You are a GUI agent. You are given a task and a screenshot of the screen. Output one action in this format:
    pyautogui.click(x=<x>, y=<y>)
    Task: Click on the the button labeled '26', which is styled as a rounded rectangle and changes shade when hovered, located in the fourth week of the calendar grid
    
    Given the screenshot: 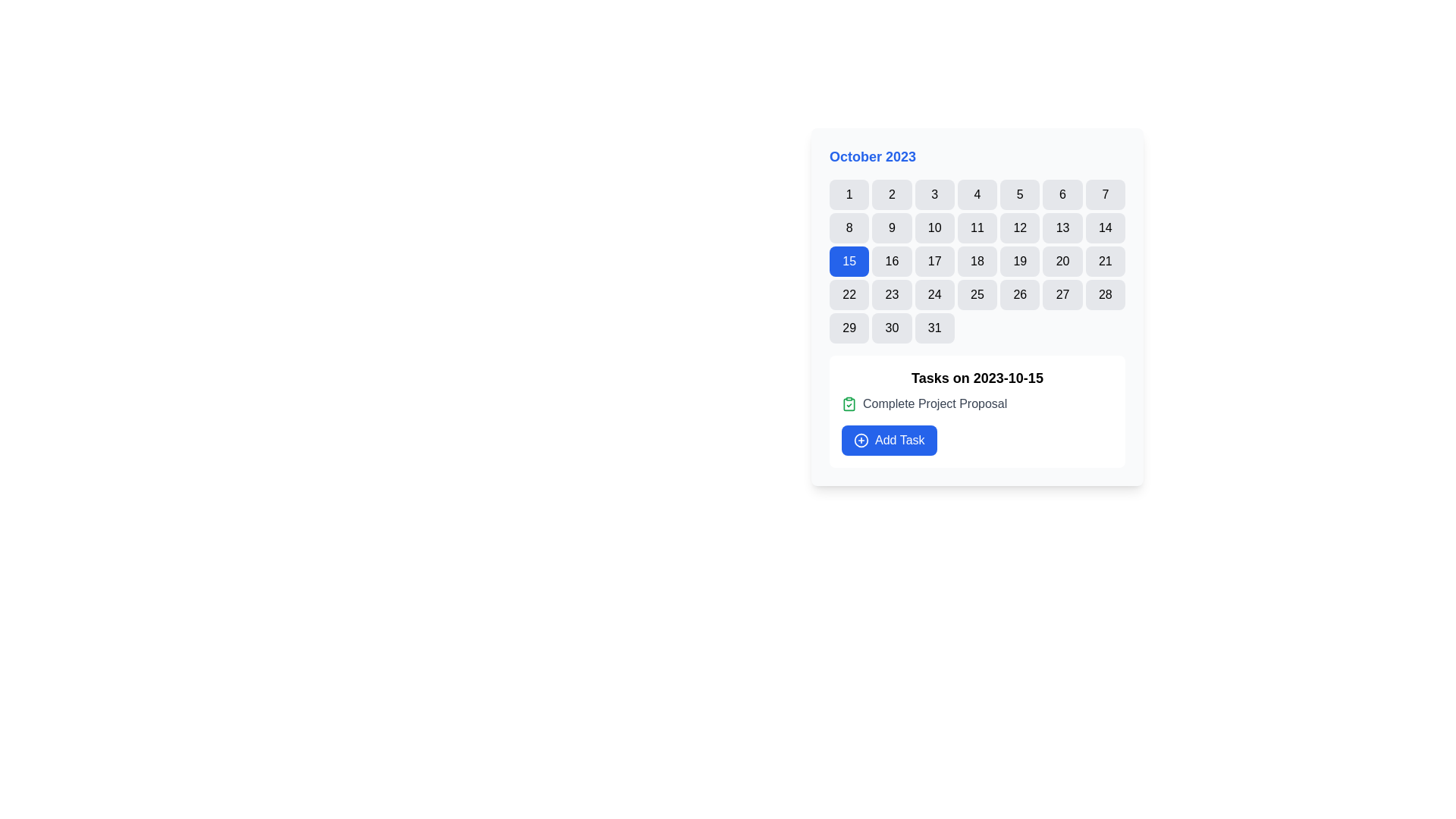 What is the action you would take?
    pyautogui.click(x=1020, y=295)
    